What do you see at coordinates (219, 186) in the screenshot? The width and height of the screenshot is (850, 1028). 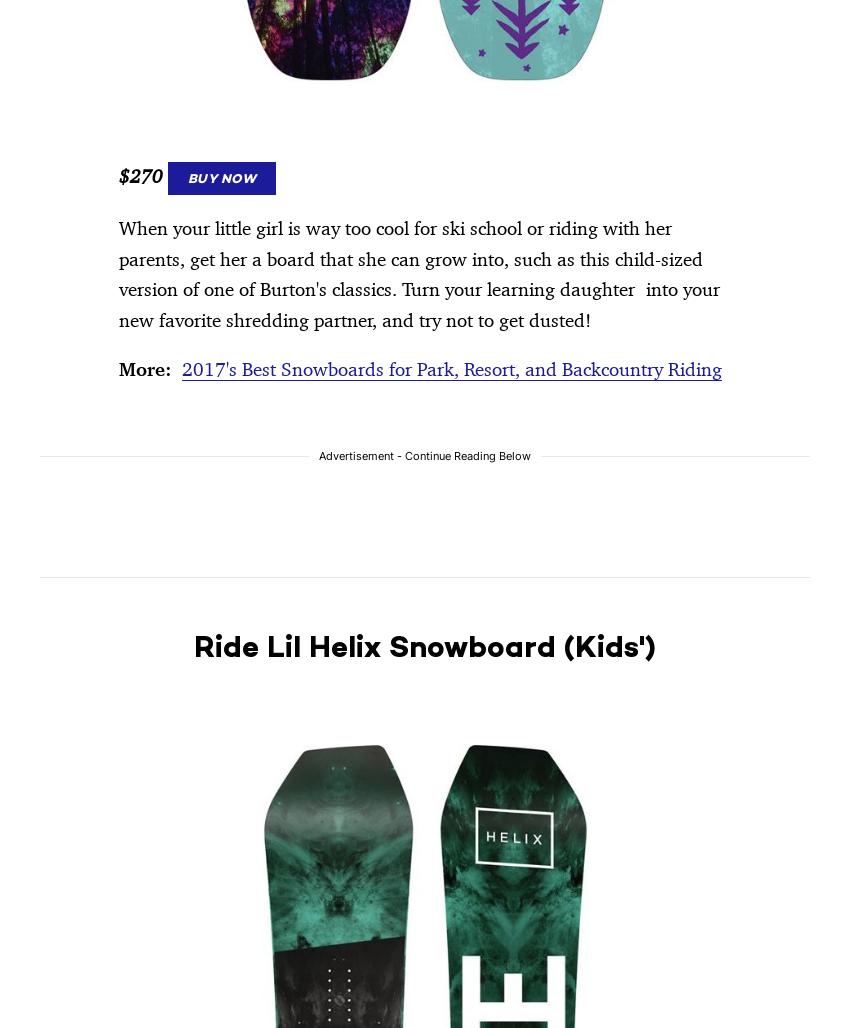 I see `'©2023 Hearst Magazine Media, Inc. All Rights Reserved.'` at bounding box center [219, 186].